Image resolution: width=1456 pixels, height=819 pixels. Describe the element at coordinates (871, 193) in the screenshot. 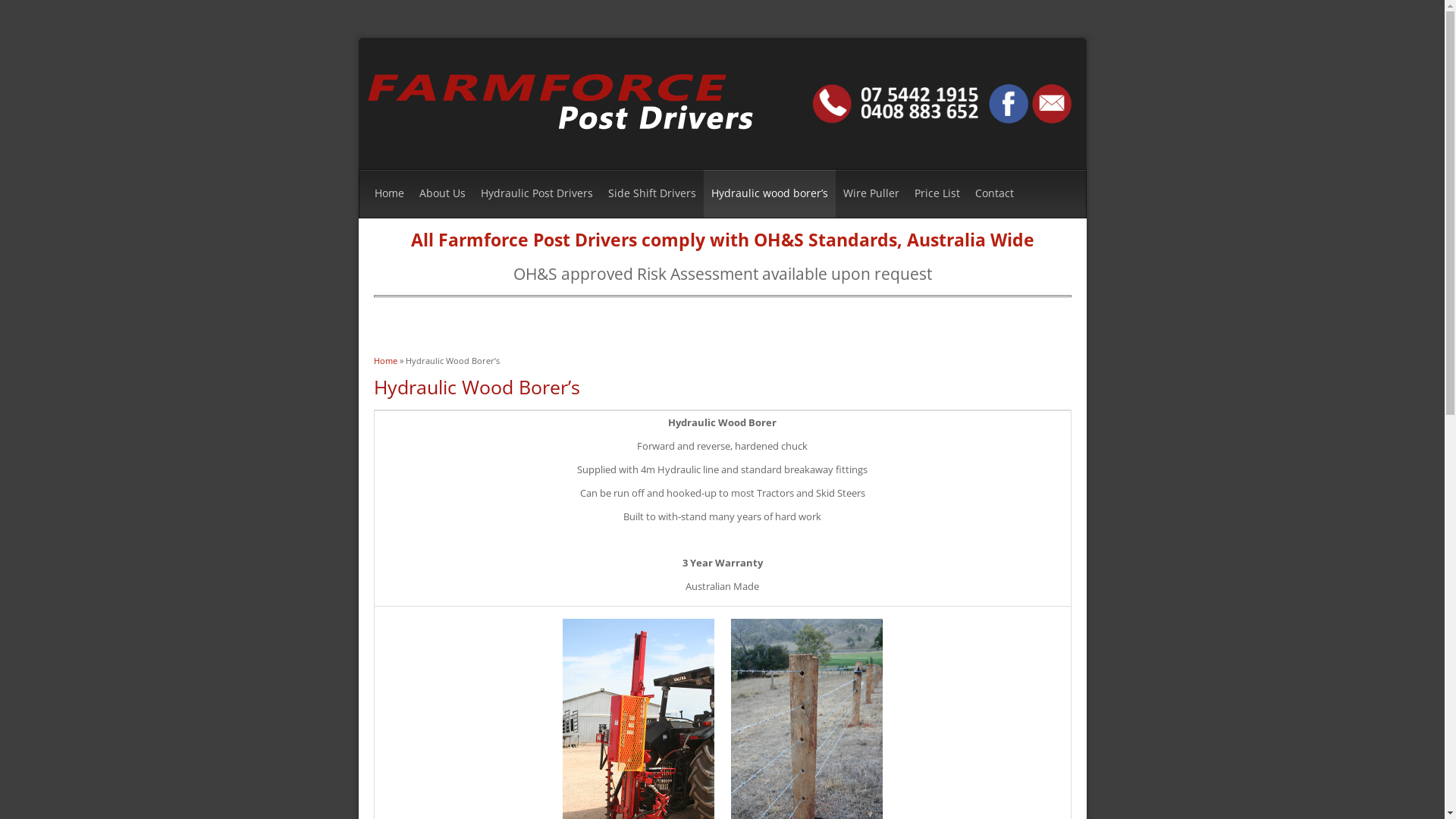

I see `'Wire Puller'` at that location.